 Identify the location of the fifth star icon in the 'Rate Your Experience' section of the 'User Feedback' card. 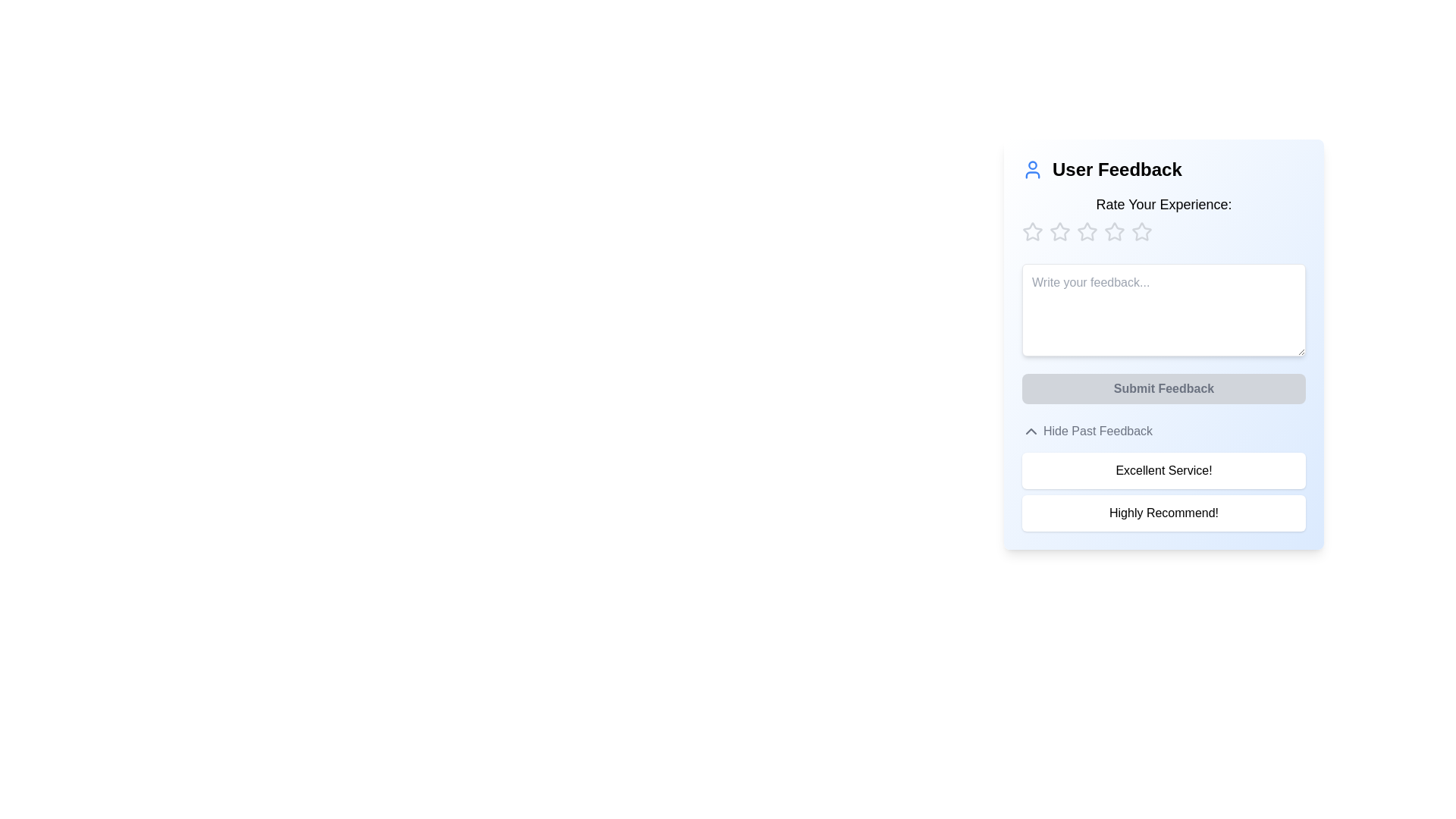
(1087, 231).